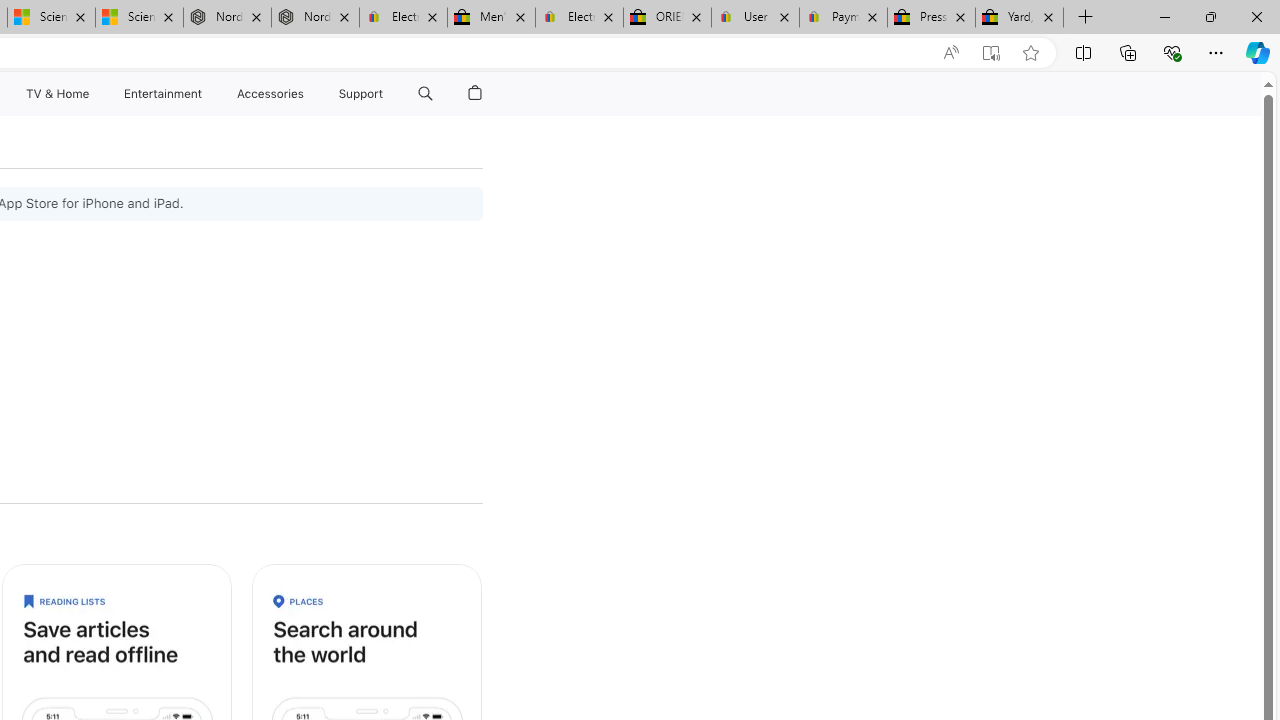 The height and width of the screenshot is (720, 1280). What do you see at coordinates (387, 93) in the screenshot?
I see `'Class: globalnav-submenu-trigger-item'` at bounding box center [387, 93].